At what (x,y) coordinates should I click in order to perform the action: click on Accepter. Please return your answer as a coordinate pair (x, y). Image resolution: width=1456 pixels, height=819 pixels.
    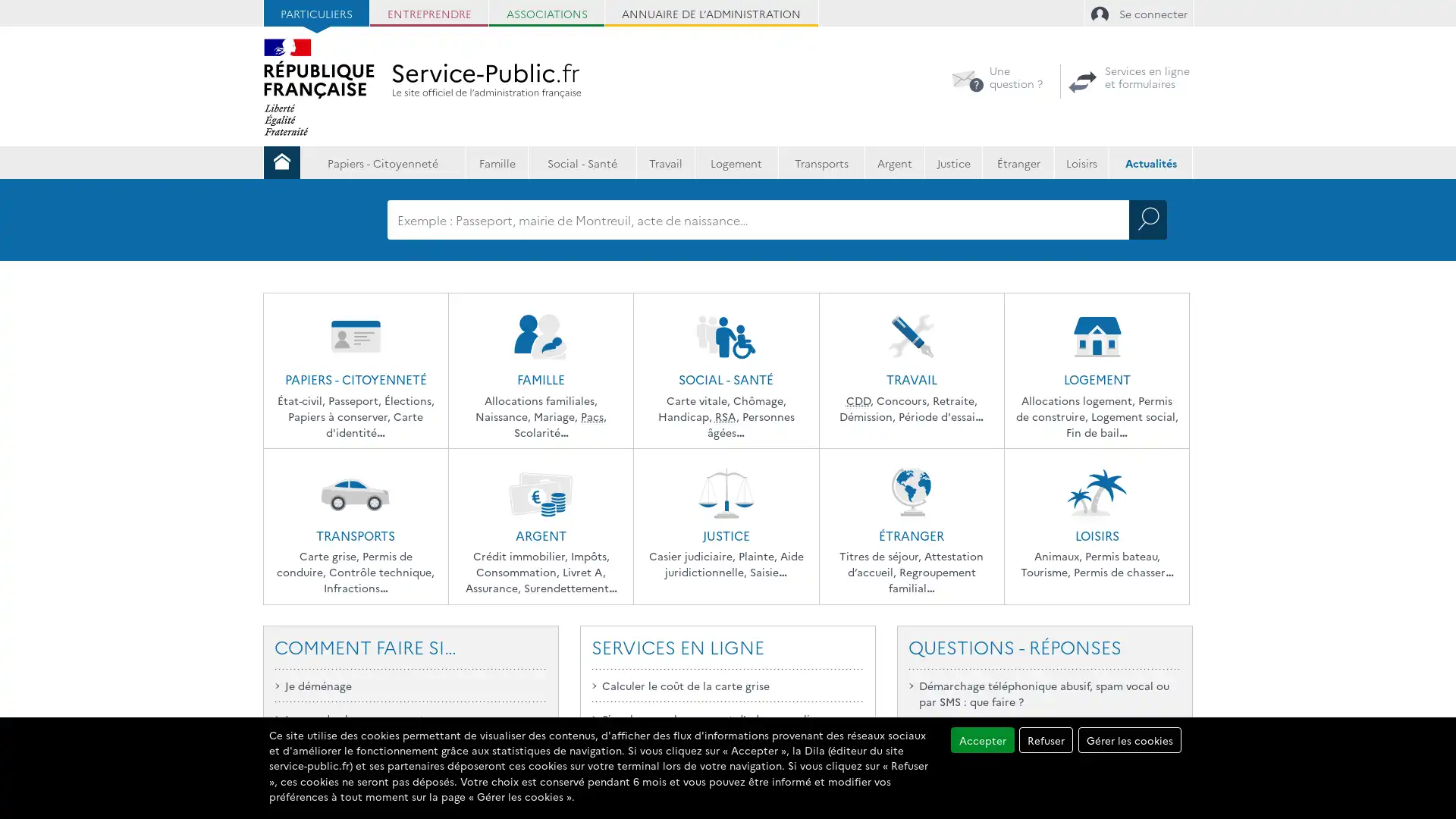
    Looking at the image, I should click on (982, 739).